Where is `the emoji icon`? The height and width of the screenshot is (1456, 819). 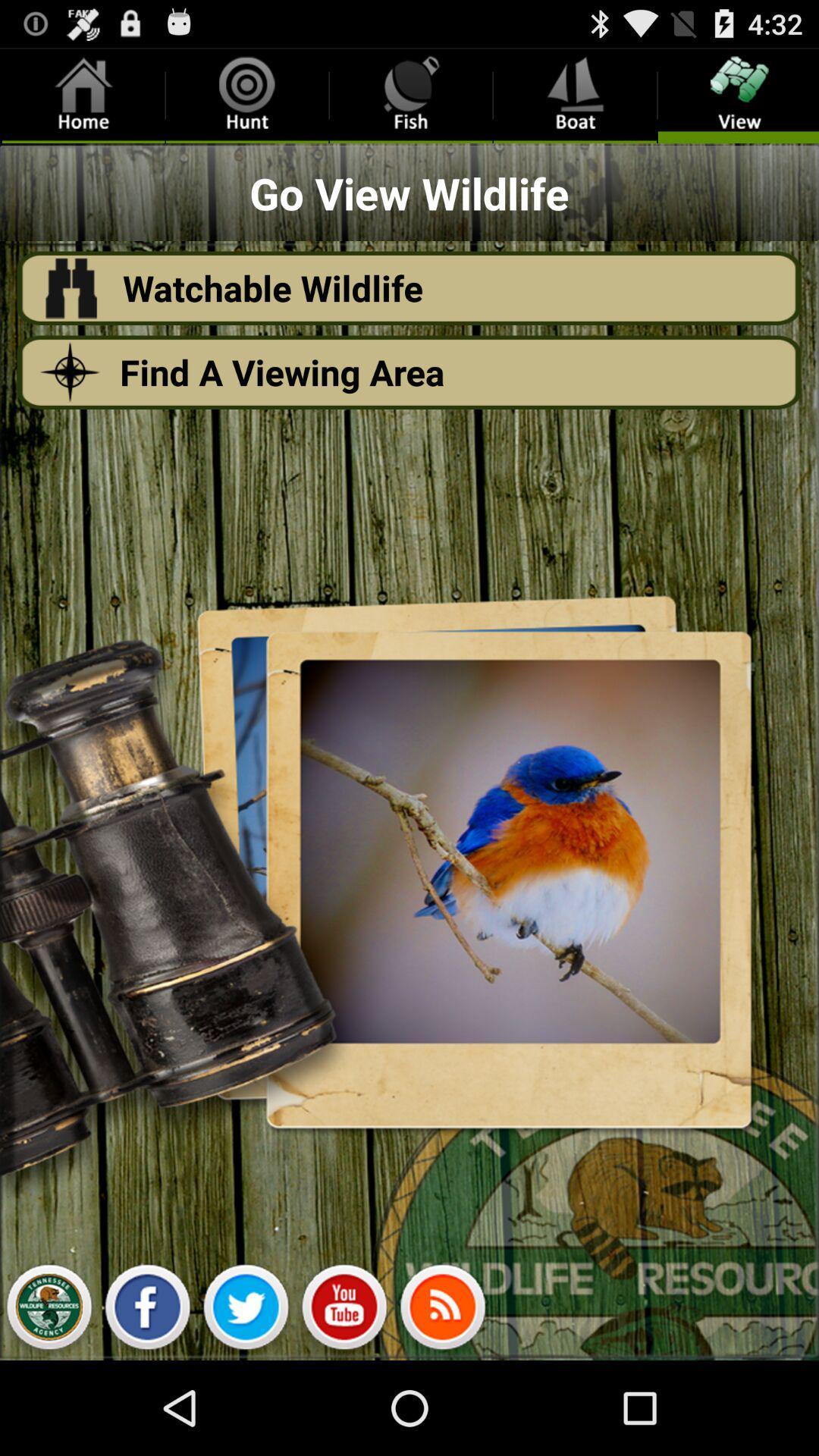
the emoji icon is located at coordinates (344, 1402).